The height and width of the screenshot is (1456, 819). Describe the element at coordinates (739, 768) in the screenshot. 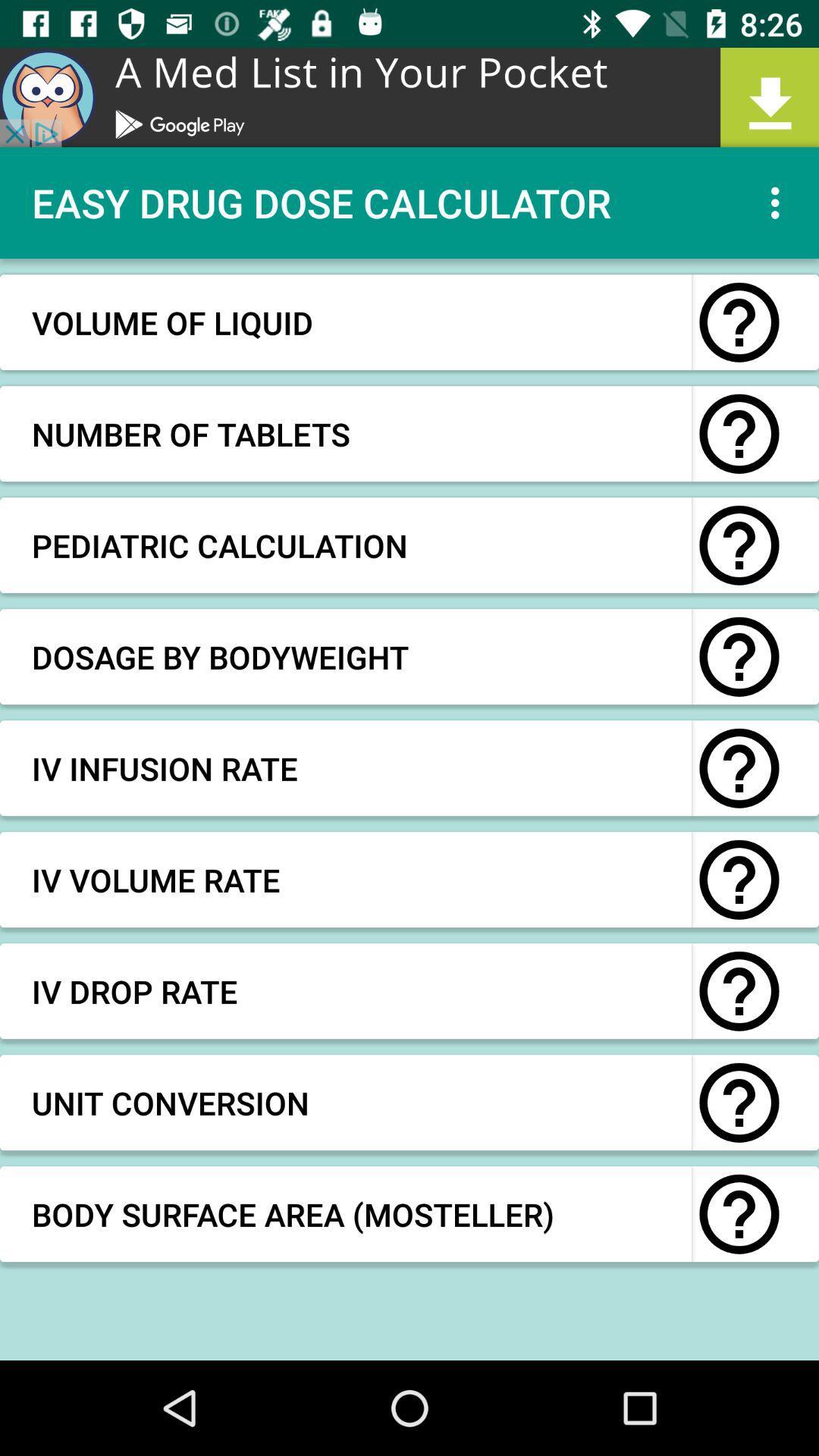

I see `show help on iv infusion rate` at that location.